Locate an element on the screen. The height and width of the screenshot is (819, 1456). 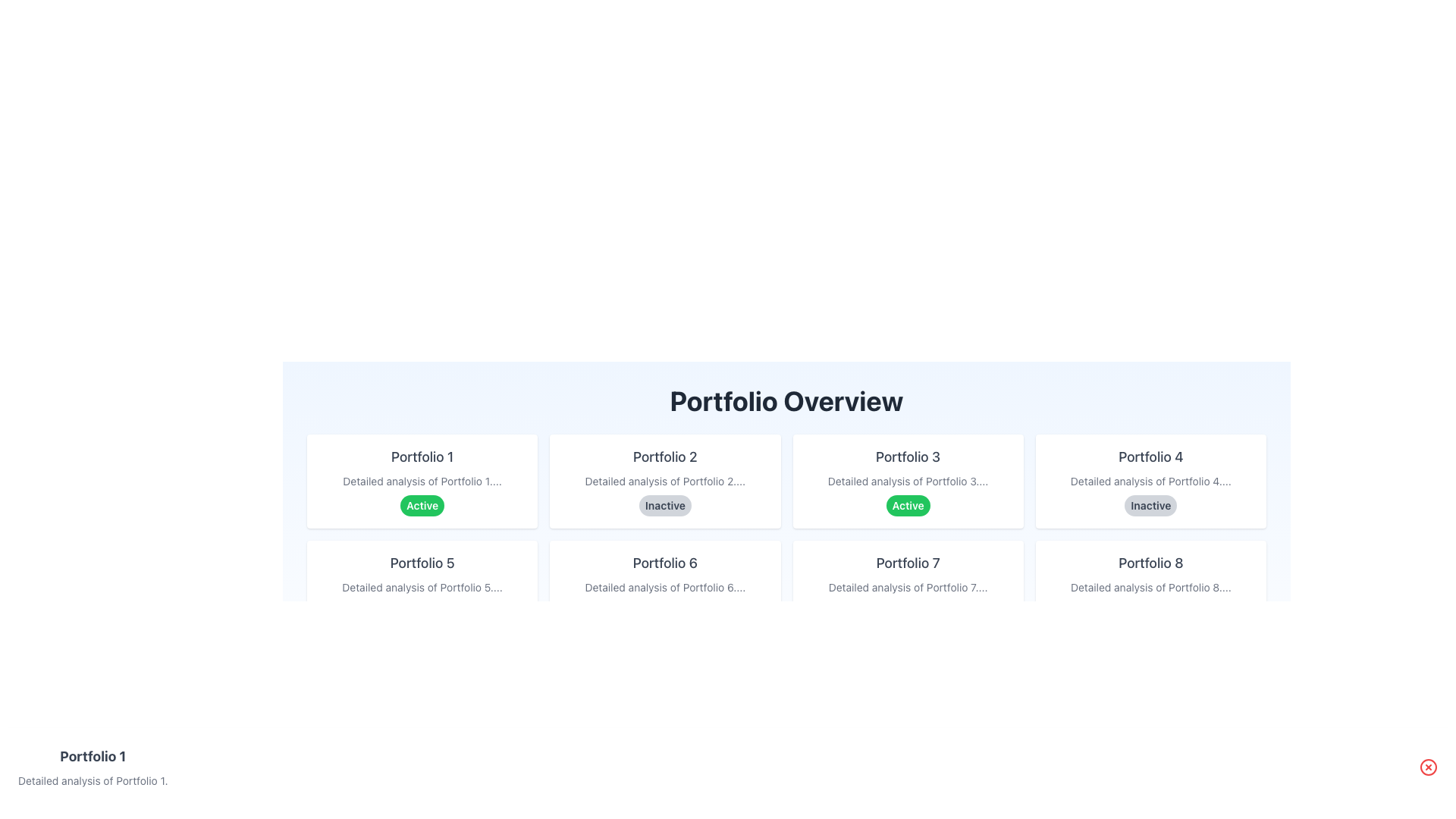
the small-sized text that reads 'Detailed analysis of Portfolio 3....' located centrally within the card labeled 'Portfolio 3' is located at coordinates (908, 482).